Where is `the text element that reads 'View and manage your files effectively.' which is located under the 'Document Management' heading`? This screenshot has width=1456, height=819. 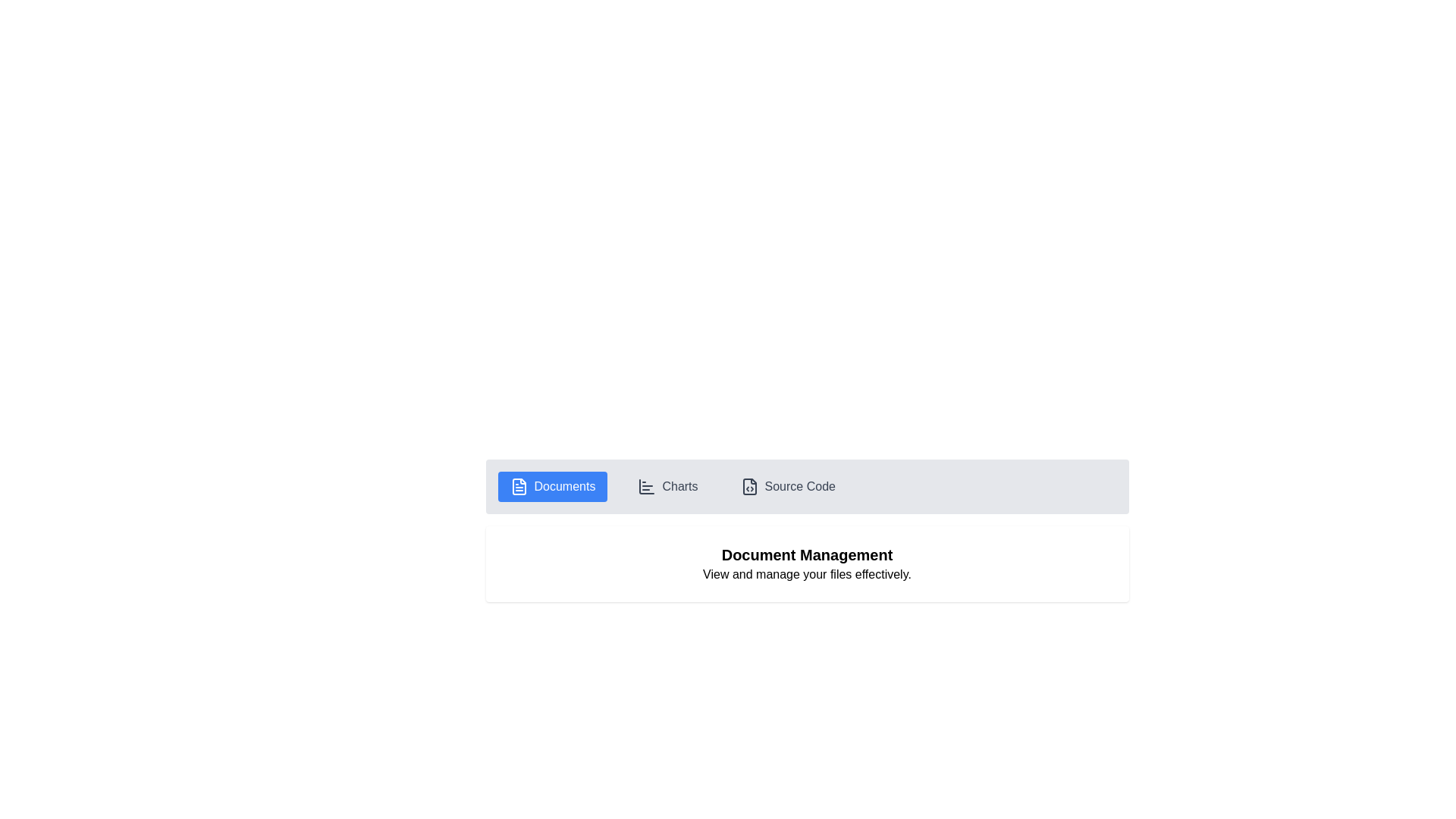
the text element that reads 'View and manage your files effectively.' which is located under the 'Document Management' heading is located at coordinates (806, 575).